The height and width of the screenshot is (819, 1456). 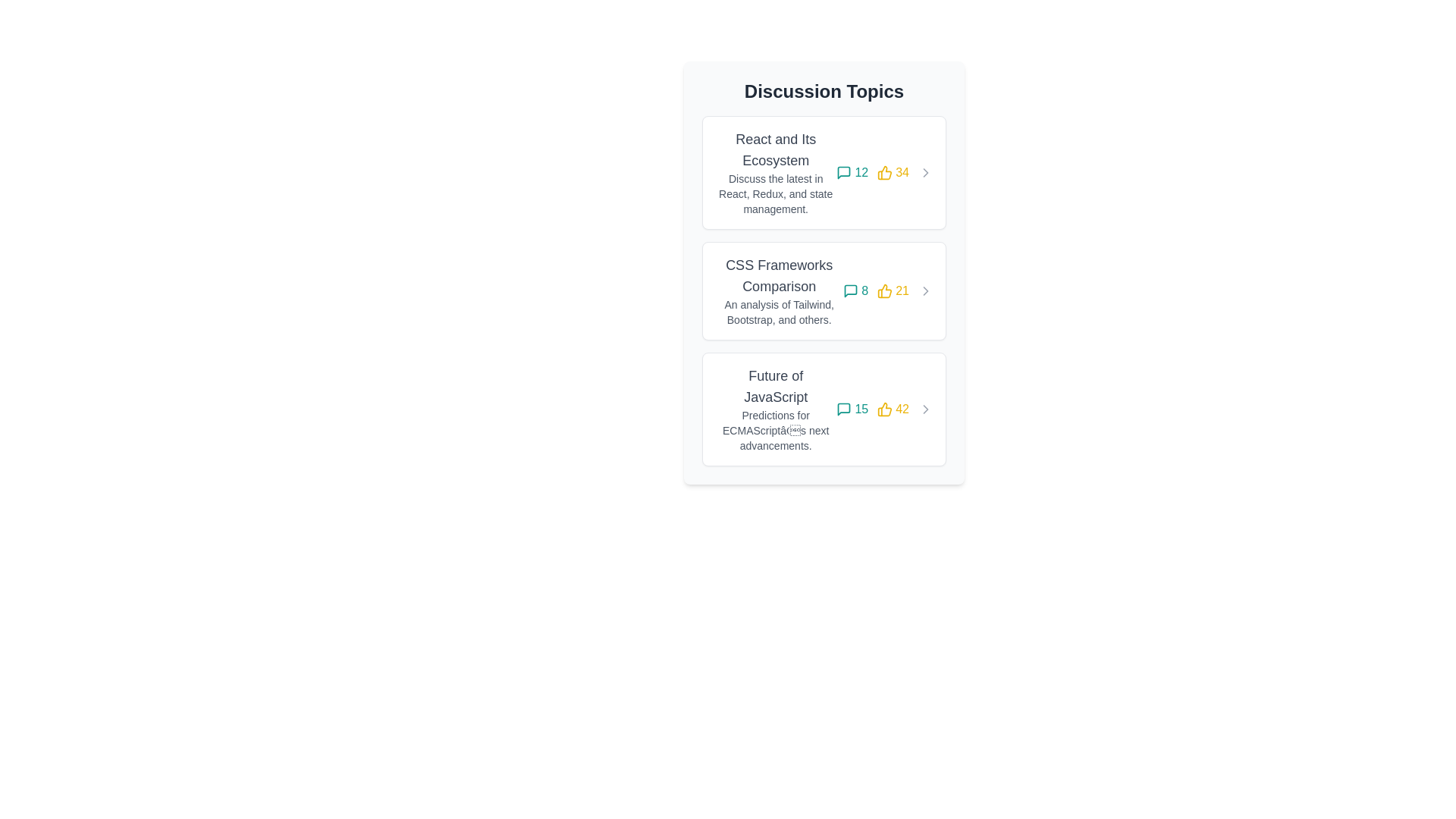 What do you see at coordinates (779, 275) in the screenshot?
I see `the Text Display Element that serves as the heading 'CSS Frameworks Comparison', located in the center section of the page, in the second content card under the 'Discussion Topics' heading` at bounding box center [779, 275].